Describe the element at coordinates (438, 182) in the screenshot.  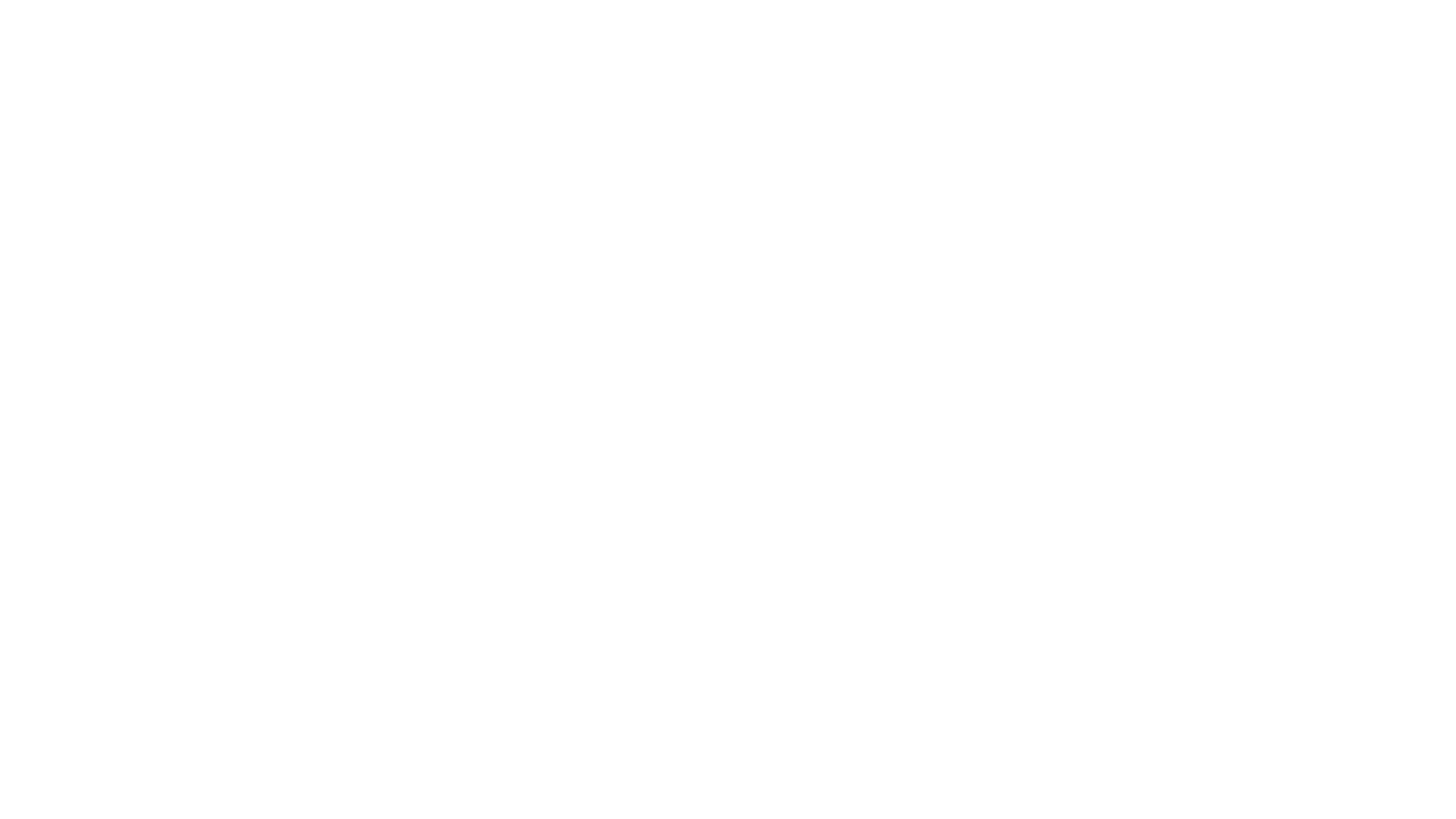
I see `By Address` at that location.